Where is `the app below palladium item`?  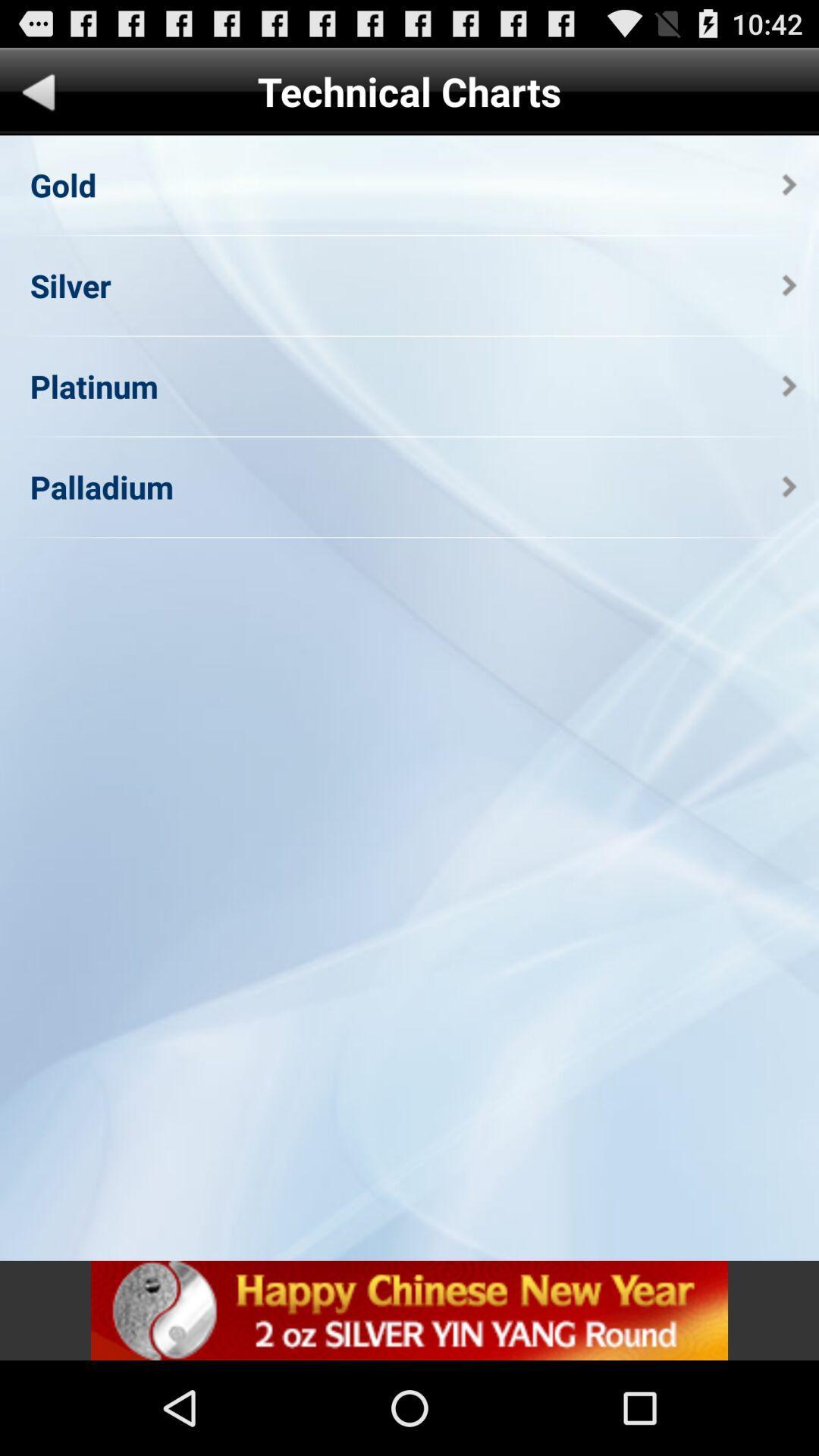 the app below palladium item is located at coordinates (409, 1310).